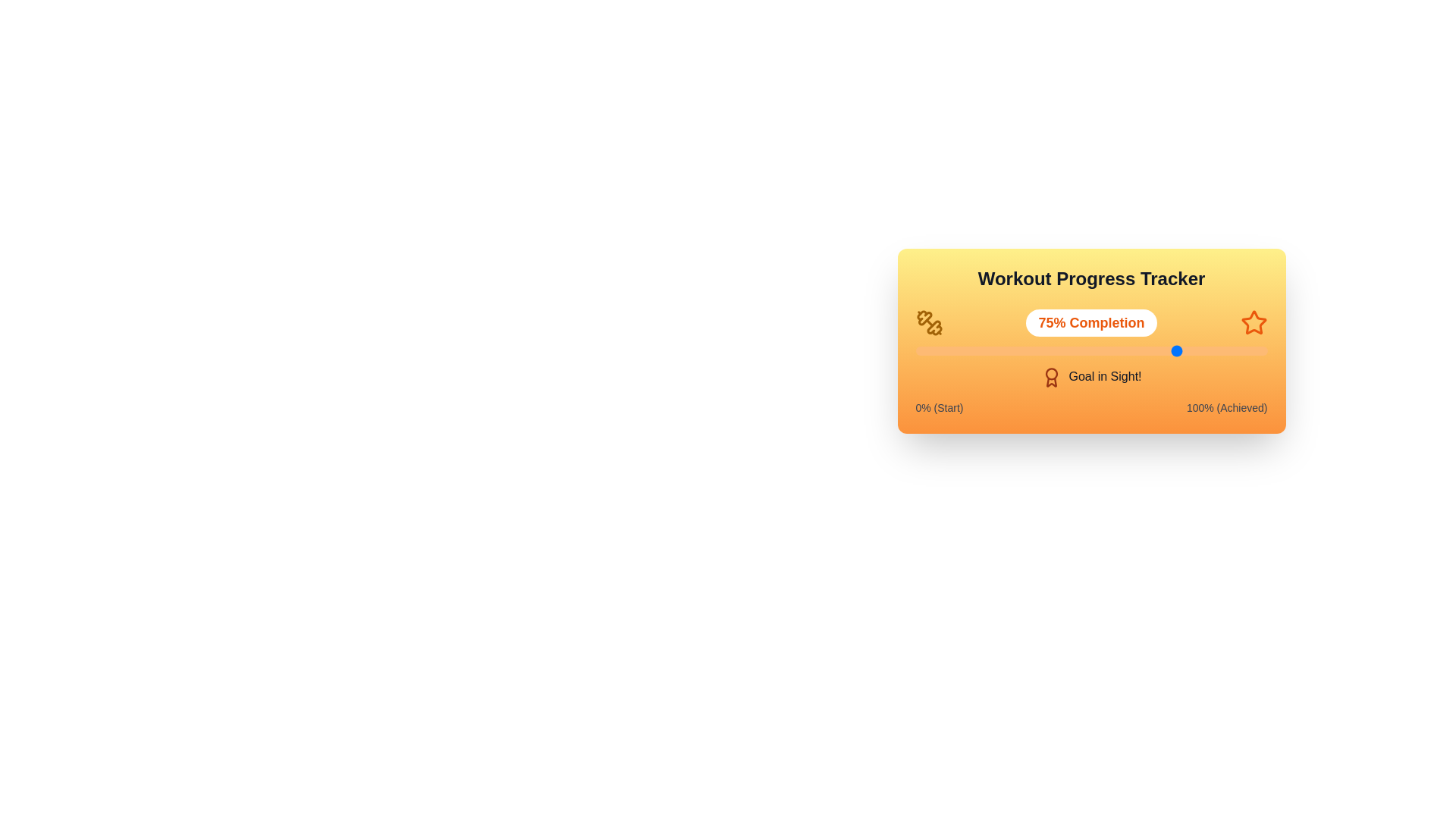 Image resolution: width=1456 pixels, height=819 pixels. Describe the element at coordinates (1130, 350) in the screenshot. I see `the progress slider to 61%` at that location.